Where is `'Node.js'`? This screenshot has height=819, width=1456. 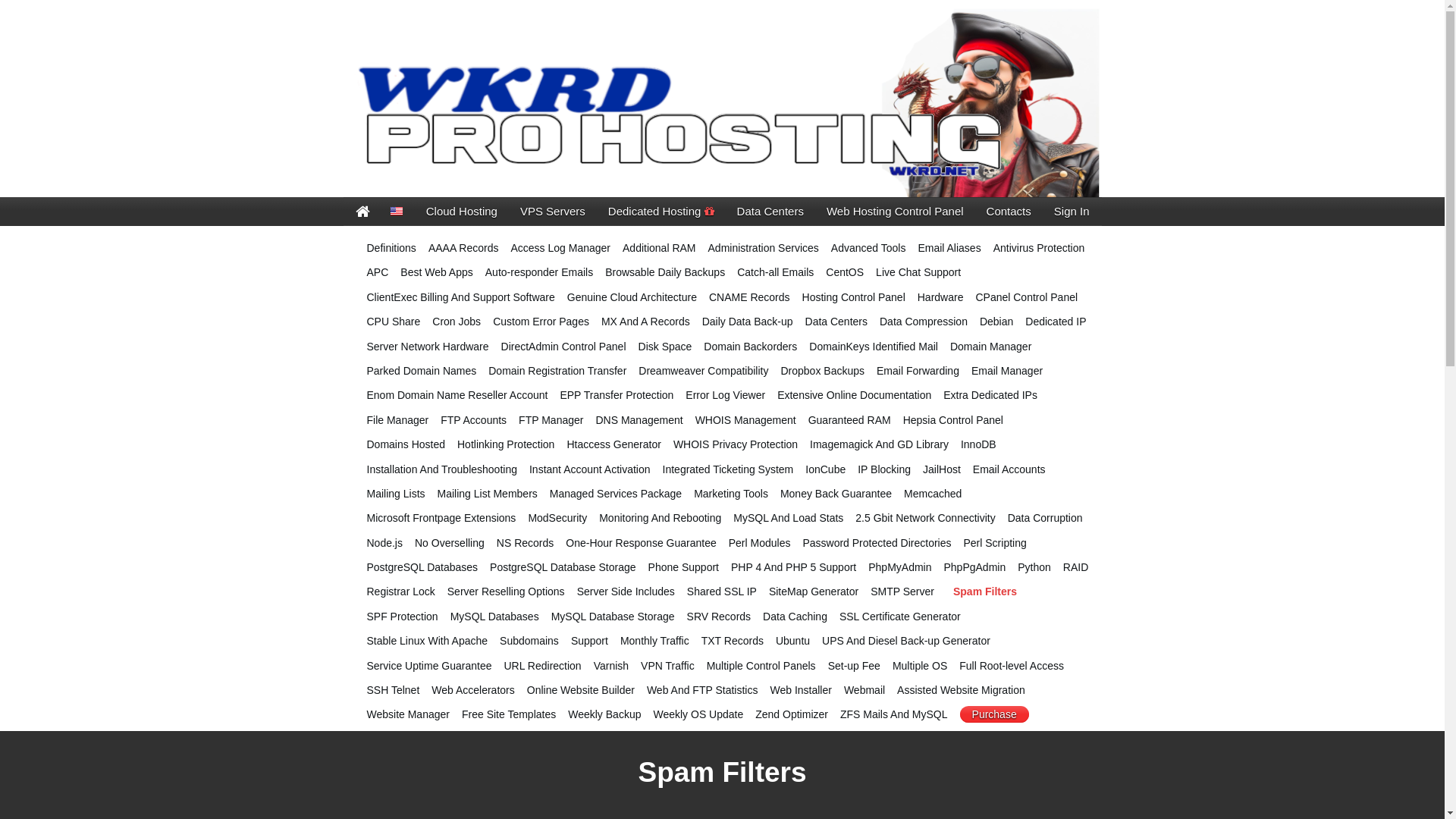
'Node.js' is located at coordinates (384, 542).